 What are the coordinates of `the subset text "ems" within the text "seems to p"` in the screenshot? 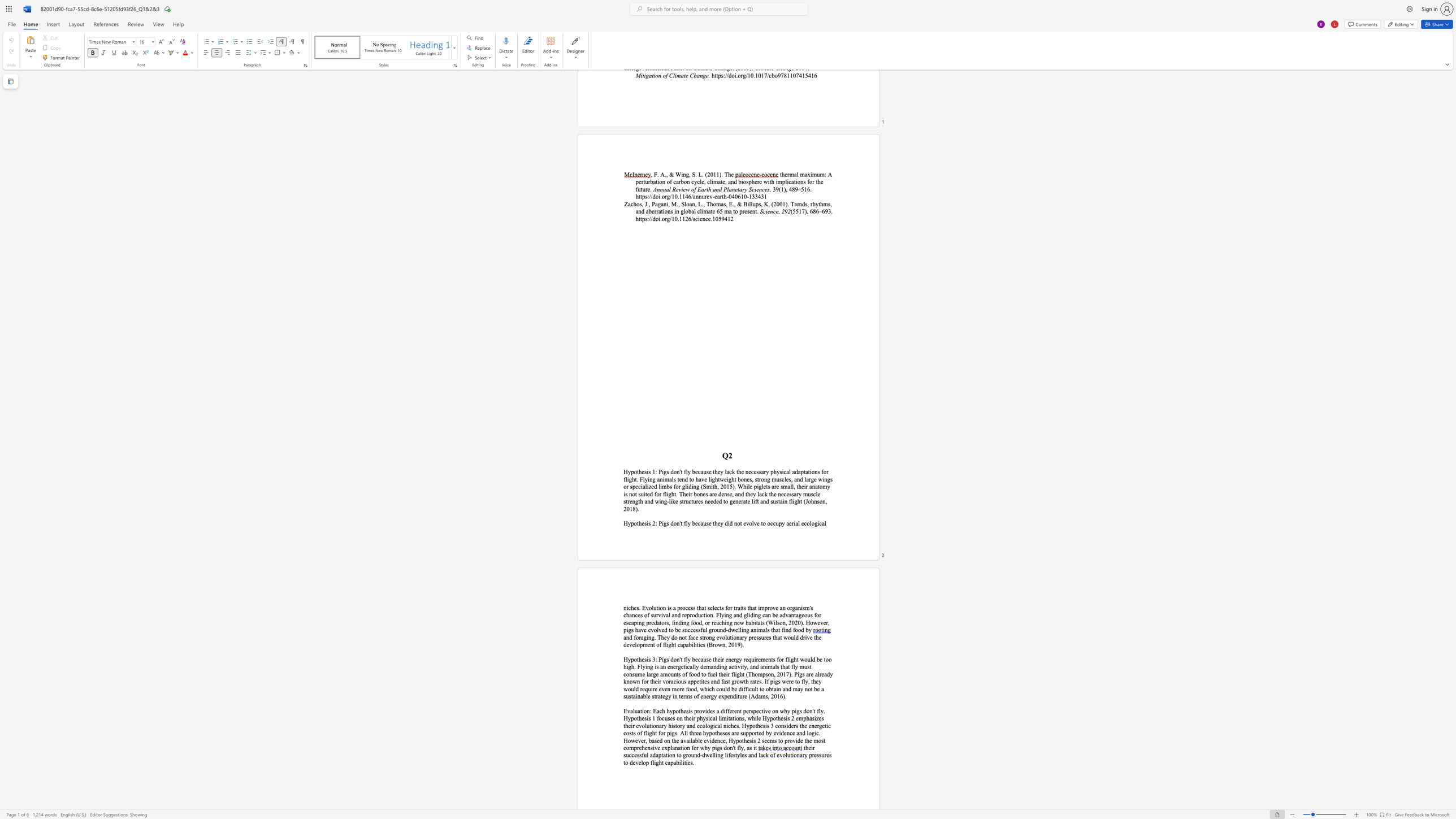 It's located at (766, 740).